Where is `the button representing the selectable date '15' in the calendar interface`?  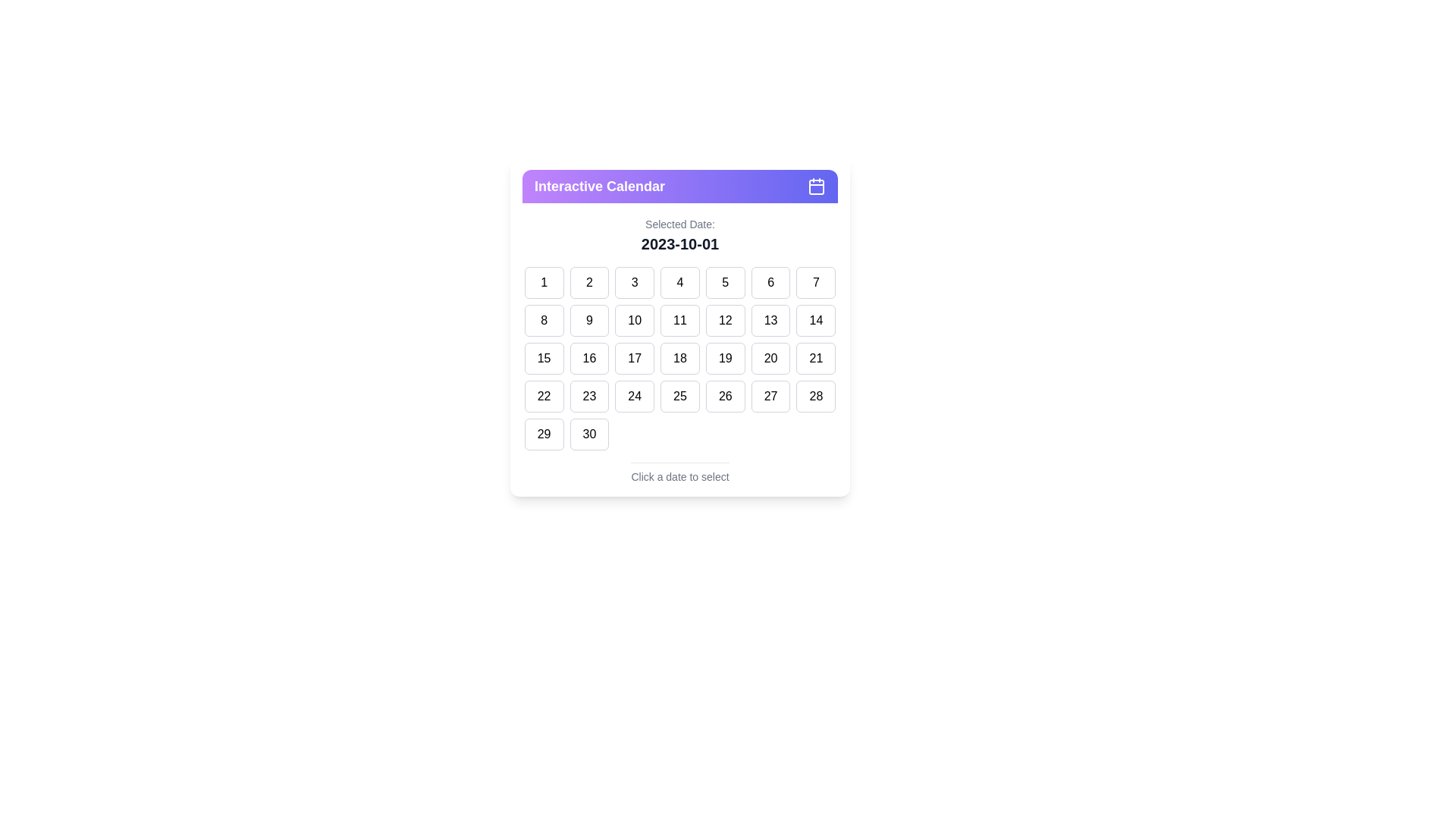
the button representing the selectable date '15' in the calendar interface is located at coordinates (544, 359).